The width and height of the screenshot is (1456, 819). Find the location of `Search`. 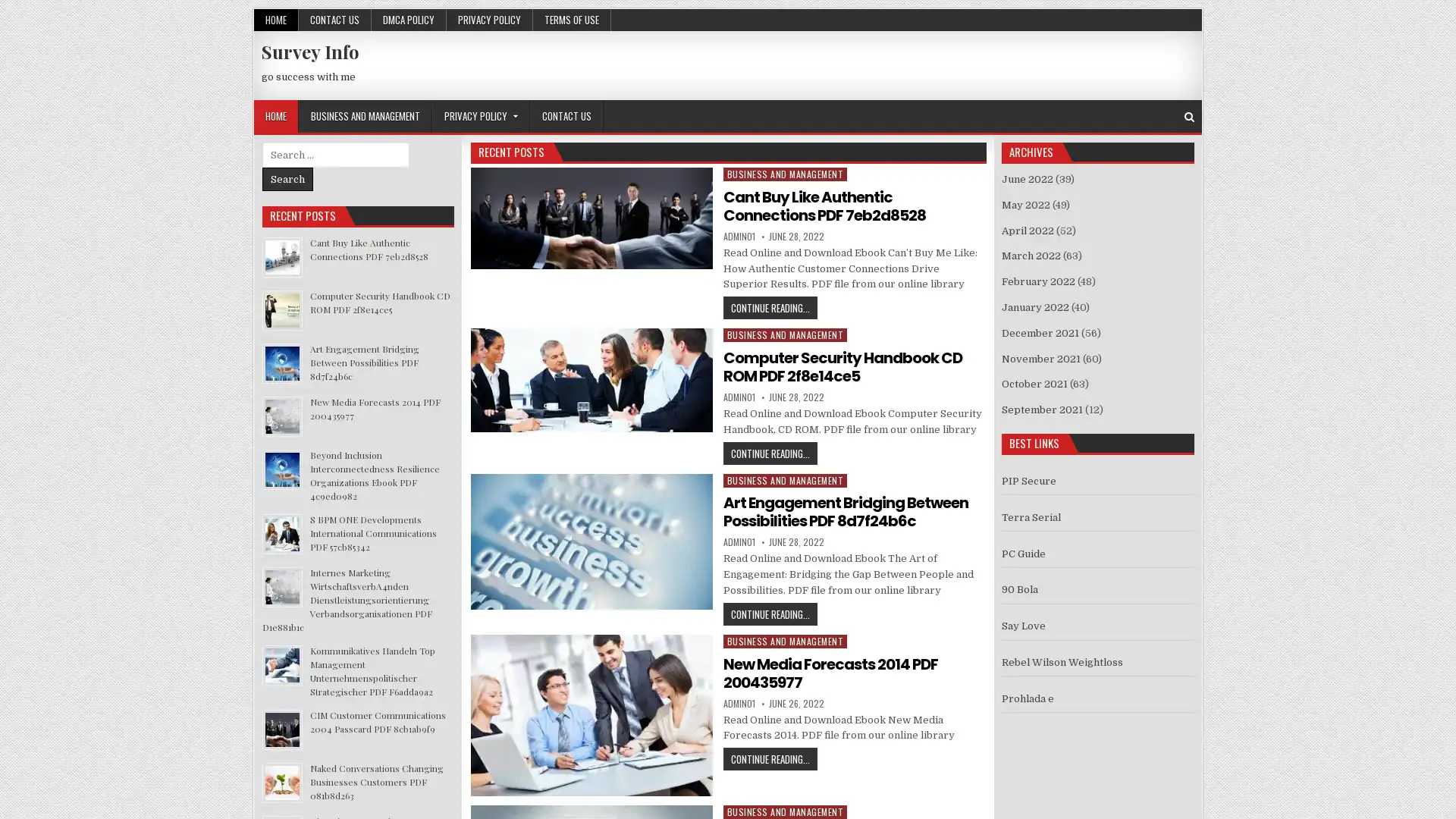

Search is located at coordinates (287, 178).